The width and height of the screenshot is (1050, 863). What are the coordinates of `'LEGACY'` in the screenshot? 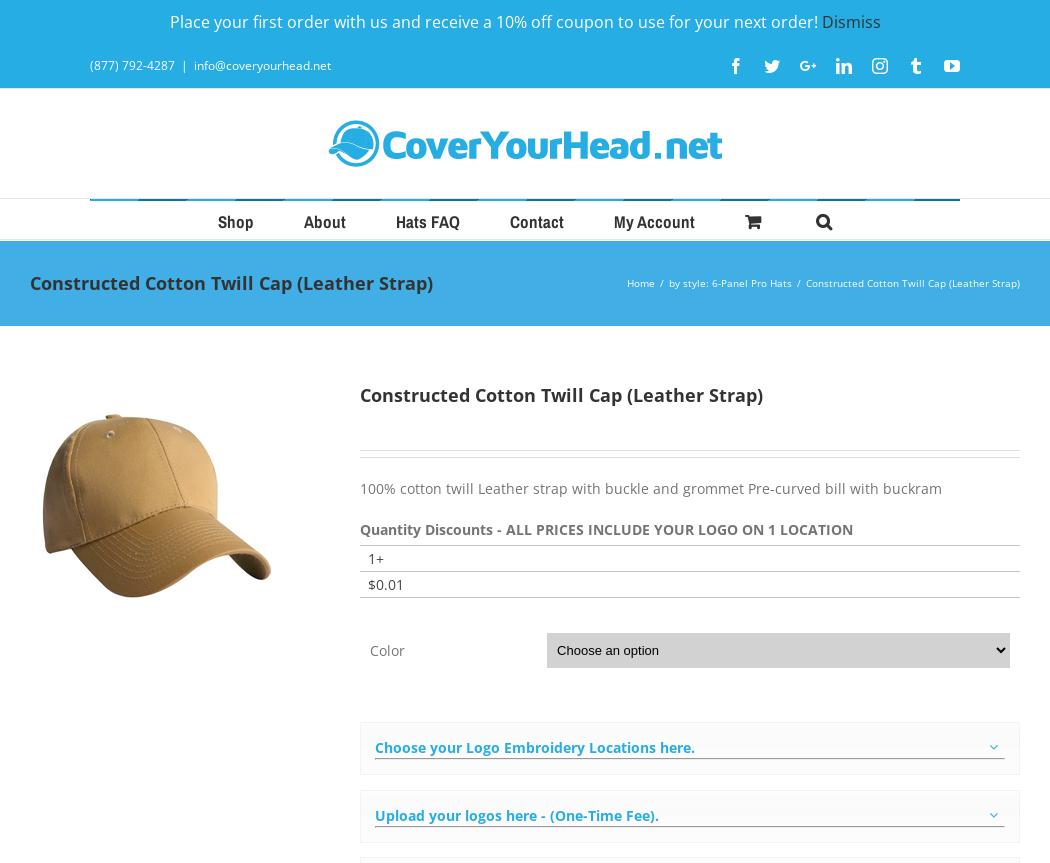 It's located at (442, 403).